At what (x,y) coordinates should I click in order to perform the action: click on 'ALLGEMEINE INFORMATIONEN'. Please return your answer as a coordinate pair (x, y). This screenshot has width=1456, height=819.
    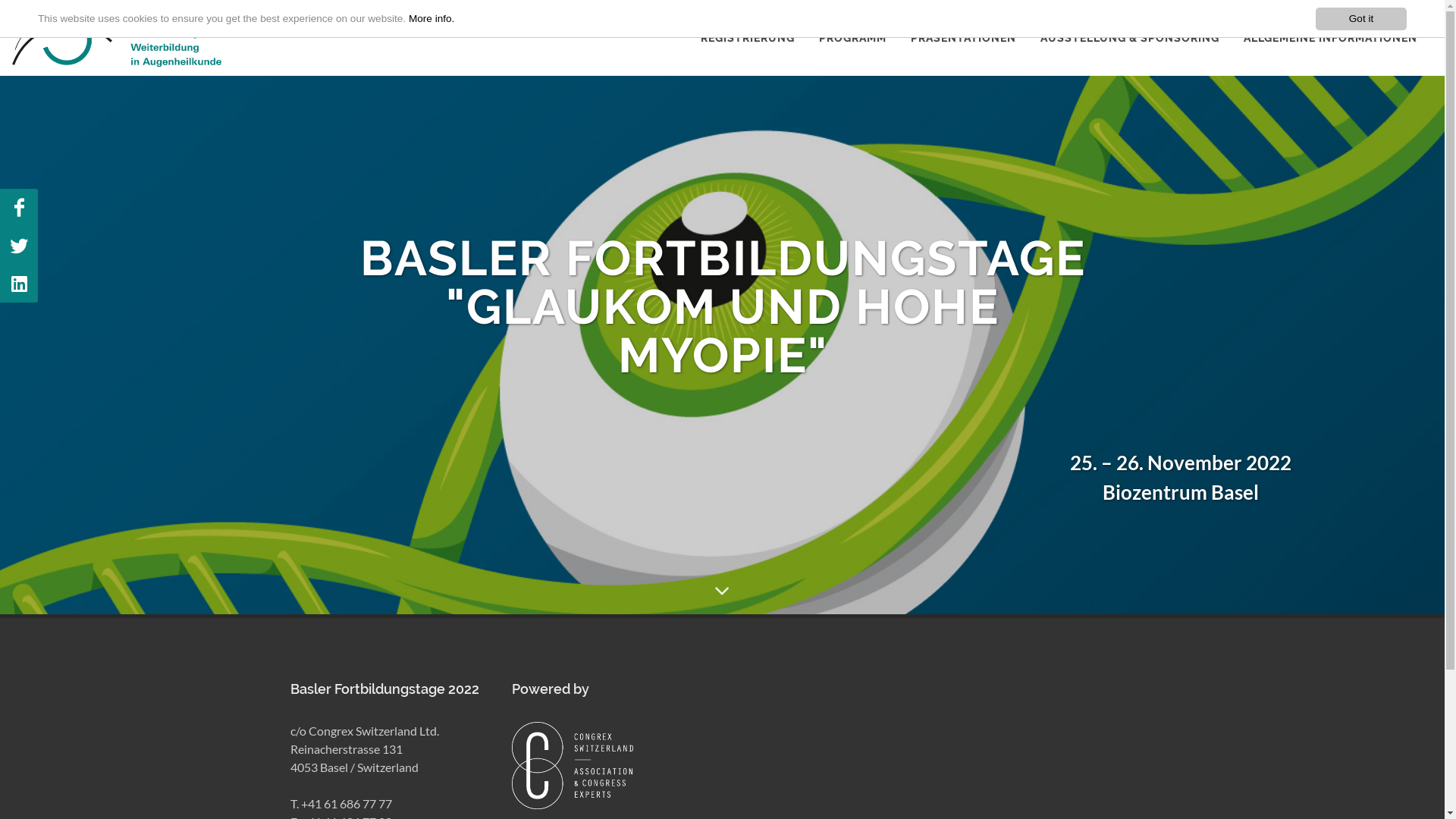
    Looking at the image, I should click on (1329, 37).